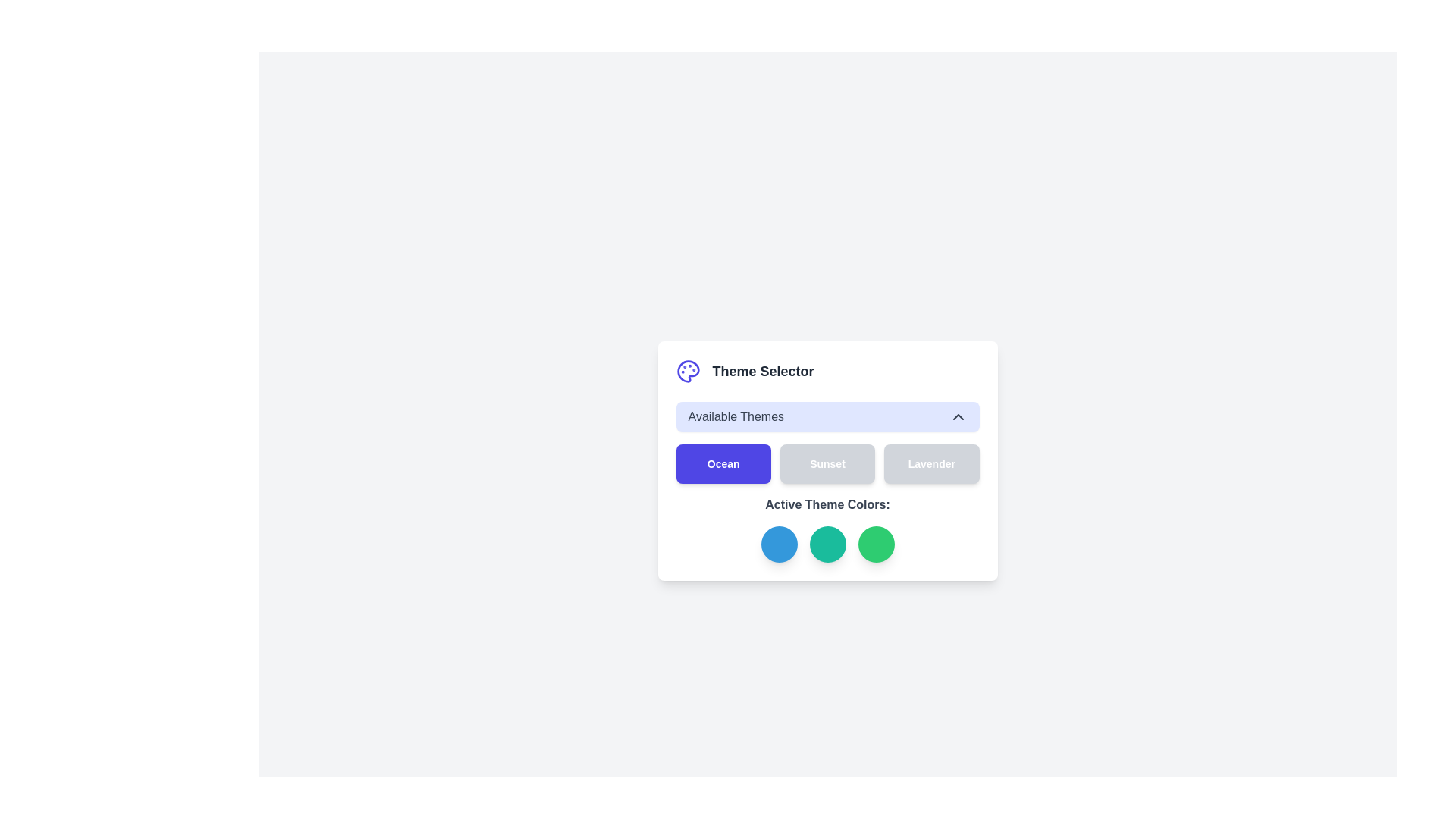 The width and height of the screenshot is (1456, 819). Describe the element at coordinates (827, 371) in the screenshot. I see `the title of the label with icon that serves as the heading for the theme selection section for accessibility` at that location.